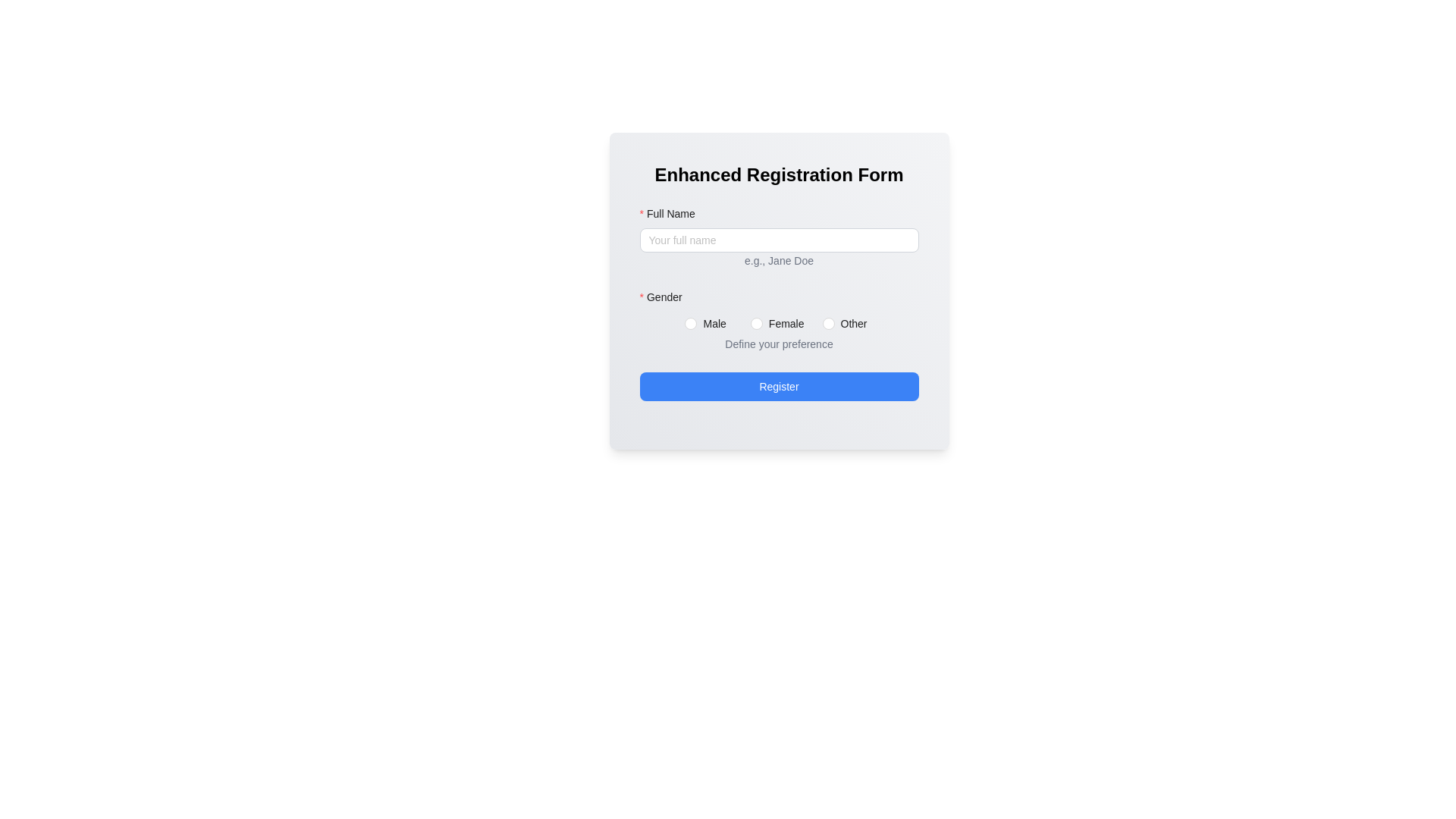  Describe the element at coordinates (780, 323) in the screenshot. I see `the 'Female' radio button and its label in the Enhanced Registration Form` at that location.